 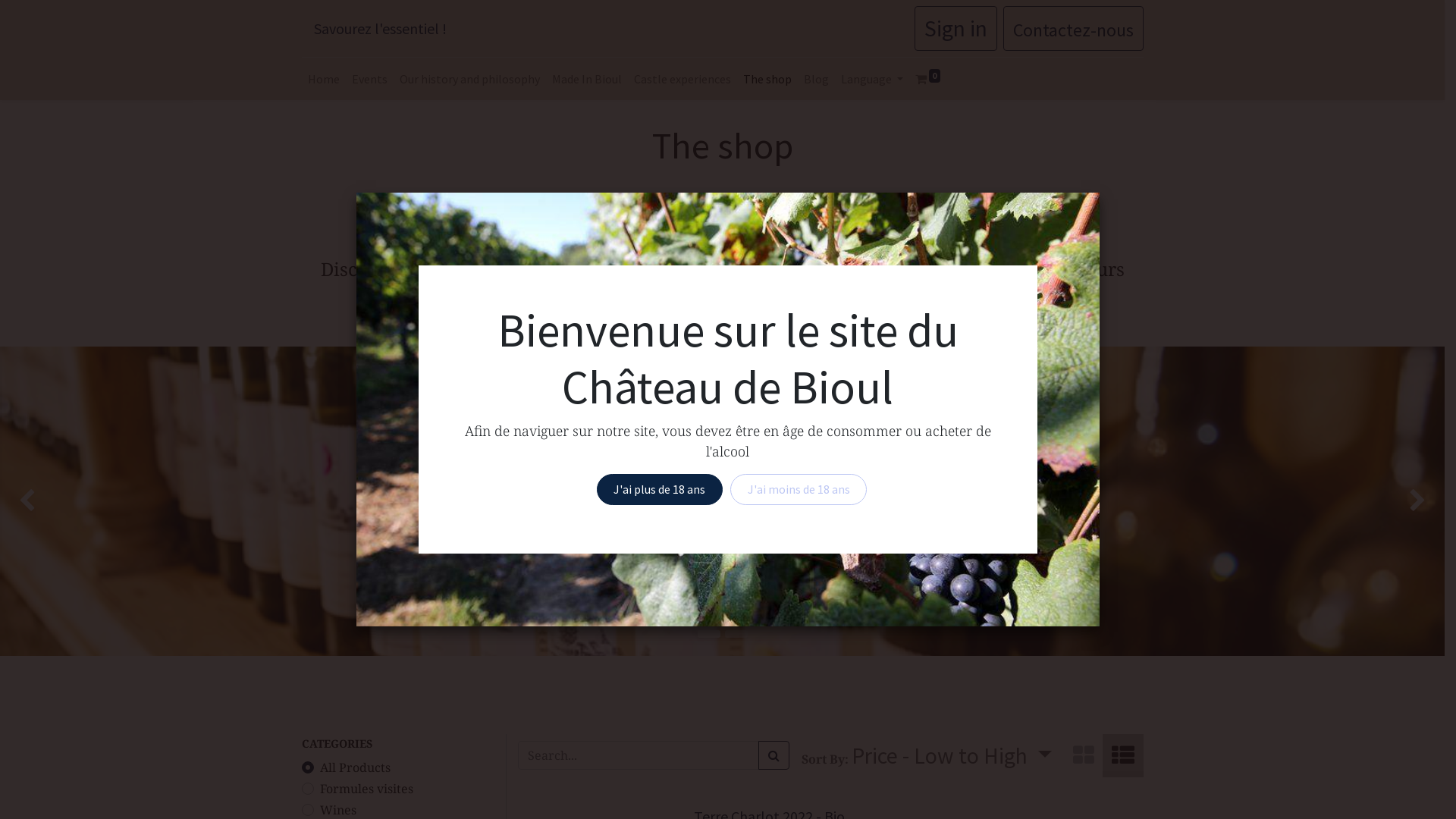 What do you see at coordinates (468, 79) in the screenshot?
I see `'Our history and philosophy'` at bounding box center [468, 79].